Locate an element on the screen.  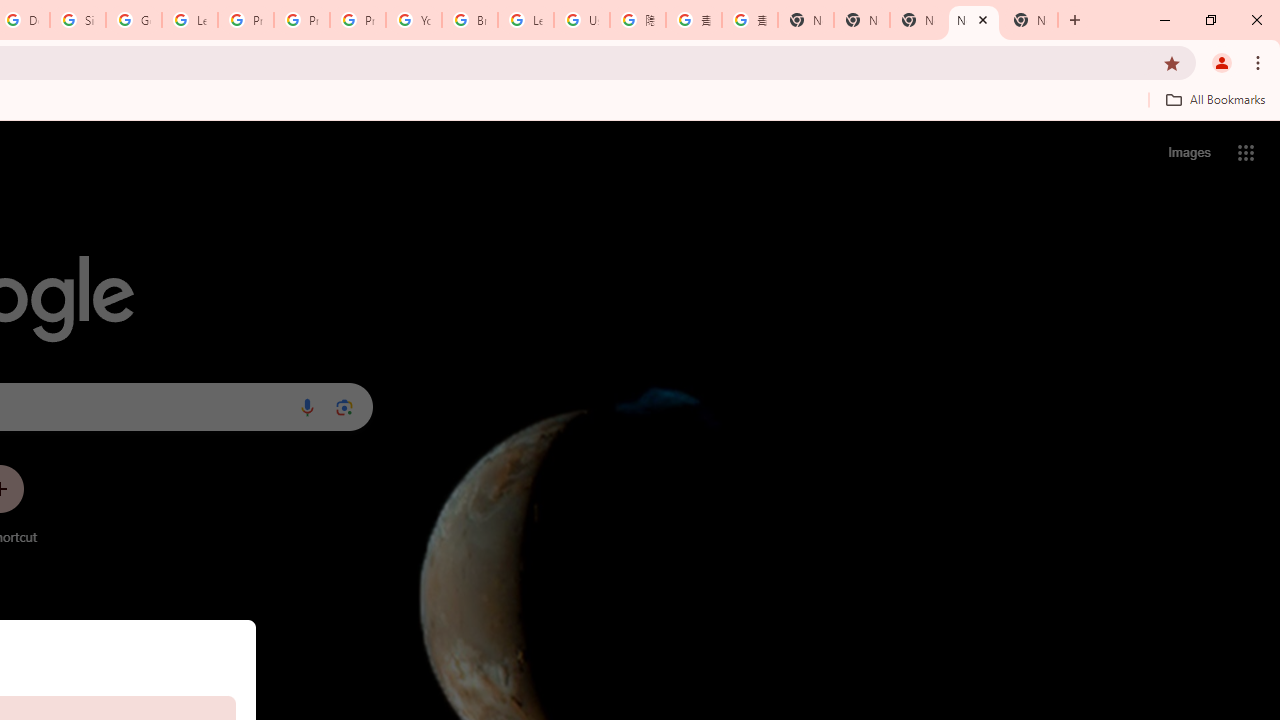
'New Tab' is located at coordinates (1030, 20).